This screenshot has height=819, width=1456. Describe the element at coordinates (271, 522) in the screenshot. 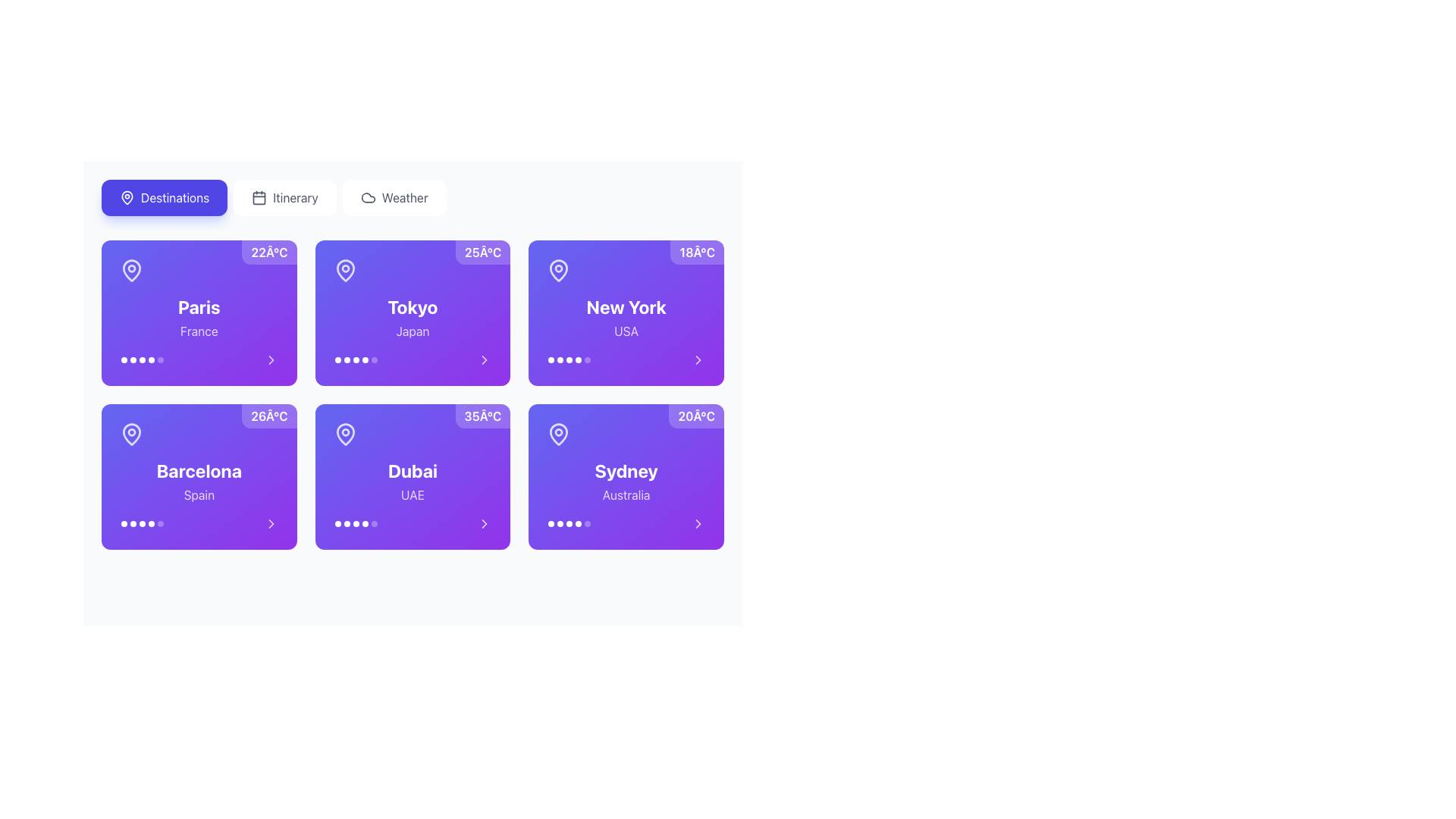

I see `the Chevron Right icon located in the lower-right corner of the 'Barcelona' card` at that location.